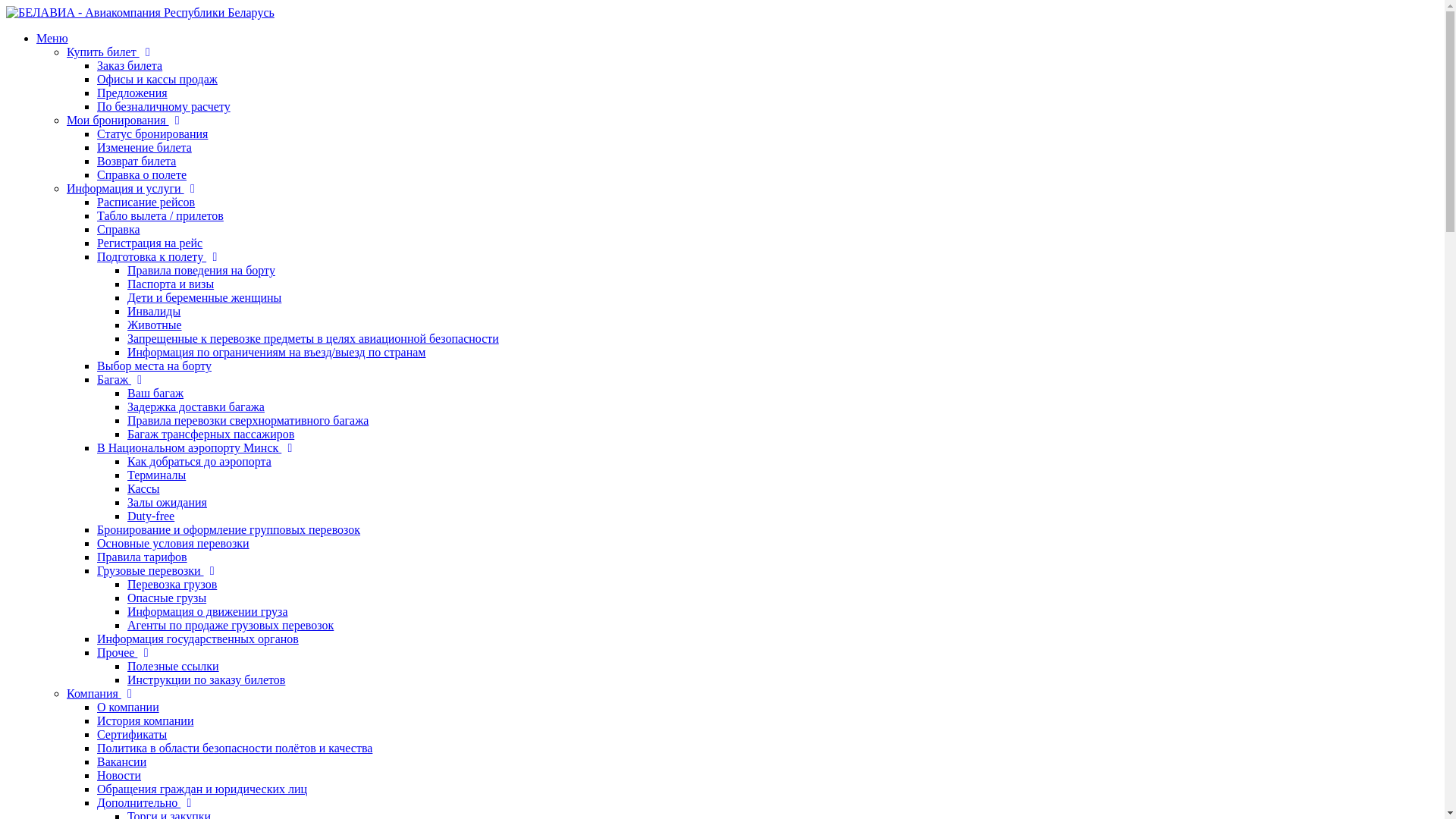  Describe the element at coordinates (150, 515) in the screenshot. I see `'Duty-free'` at that location.